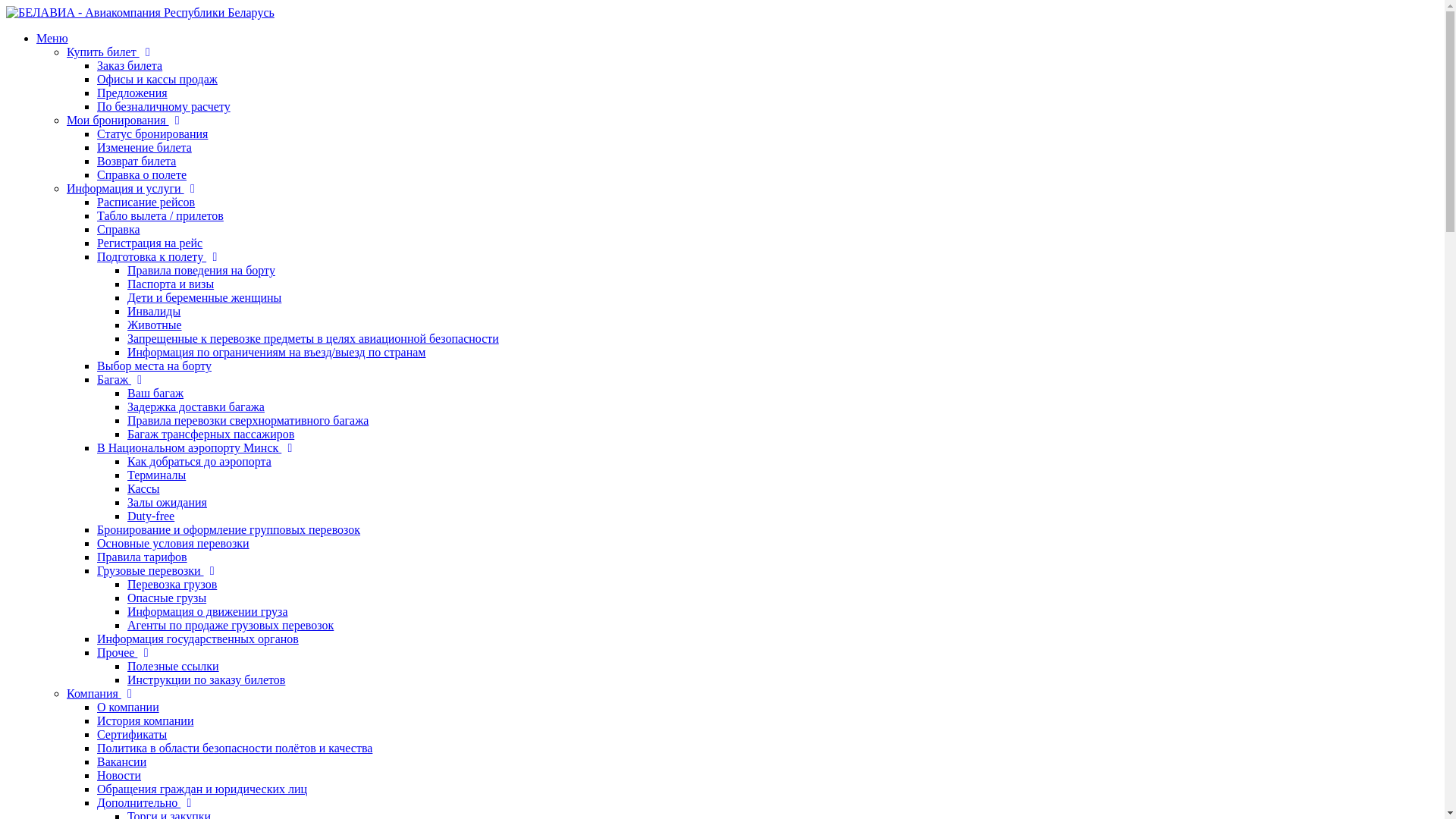  Describe the element at coordinates (150, 515) in the screenshot. I see `'Duty-free'` at that location.